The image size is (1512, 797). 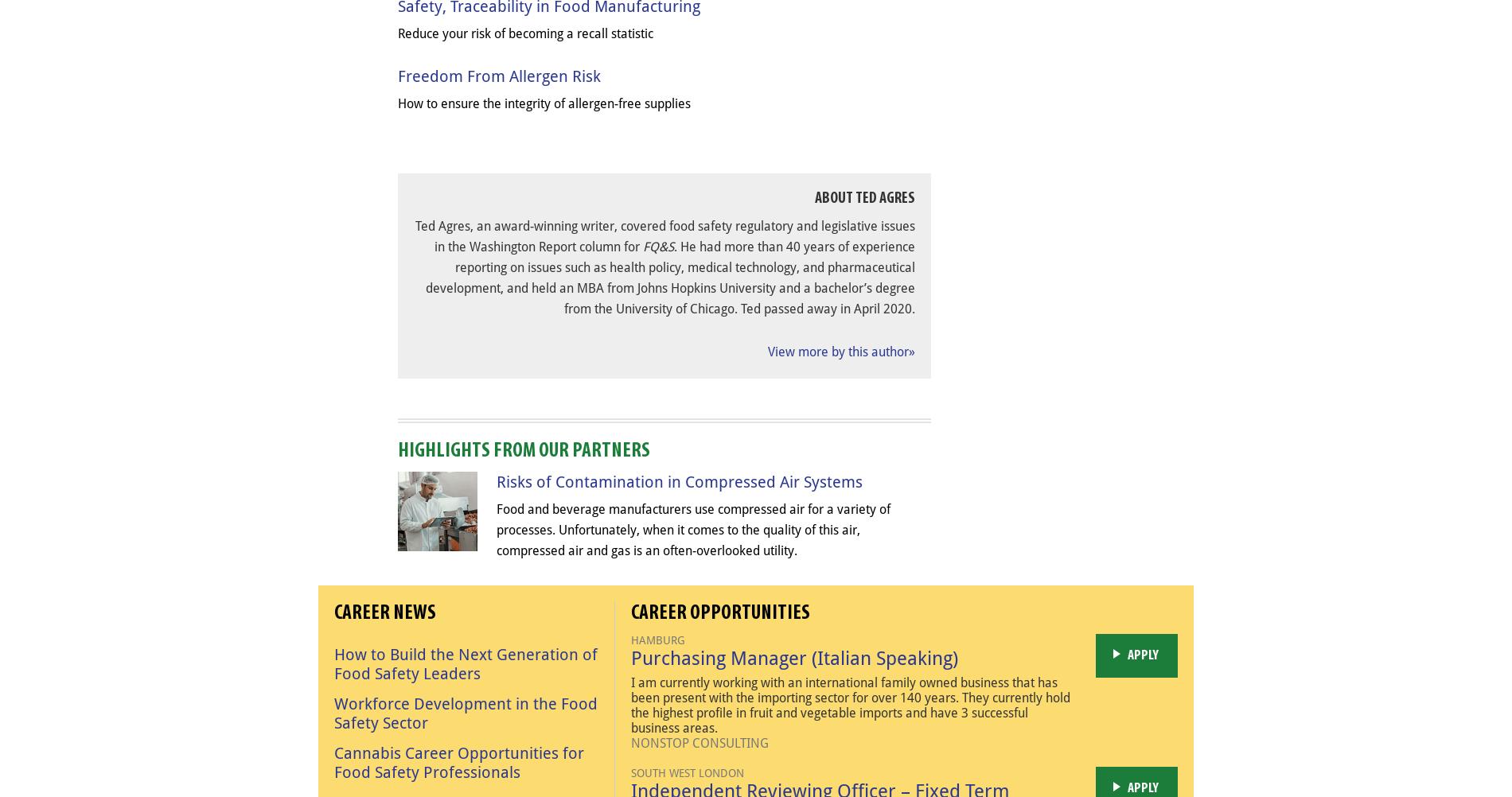 I want to click on 'NonStop Consulting', so click(x=630, y=741).